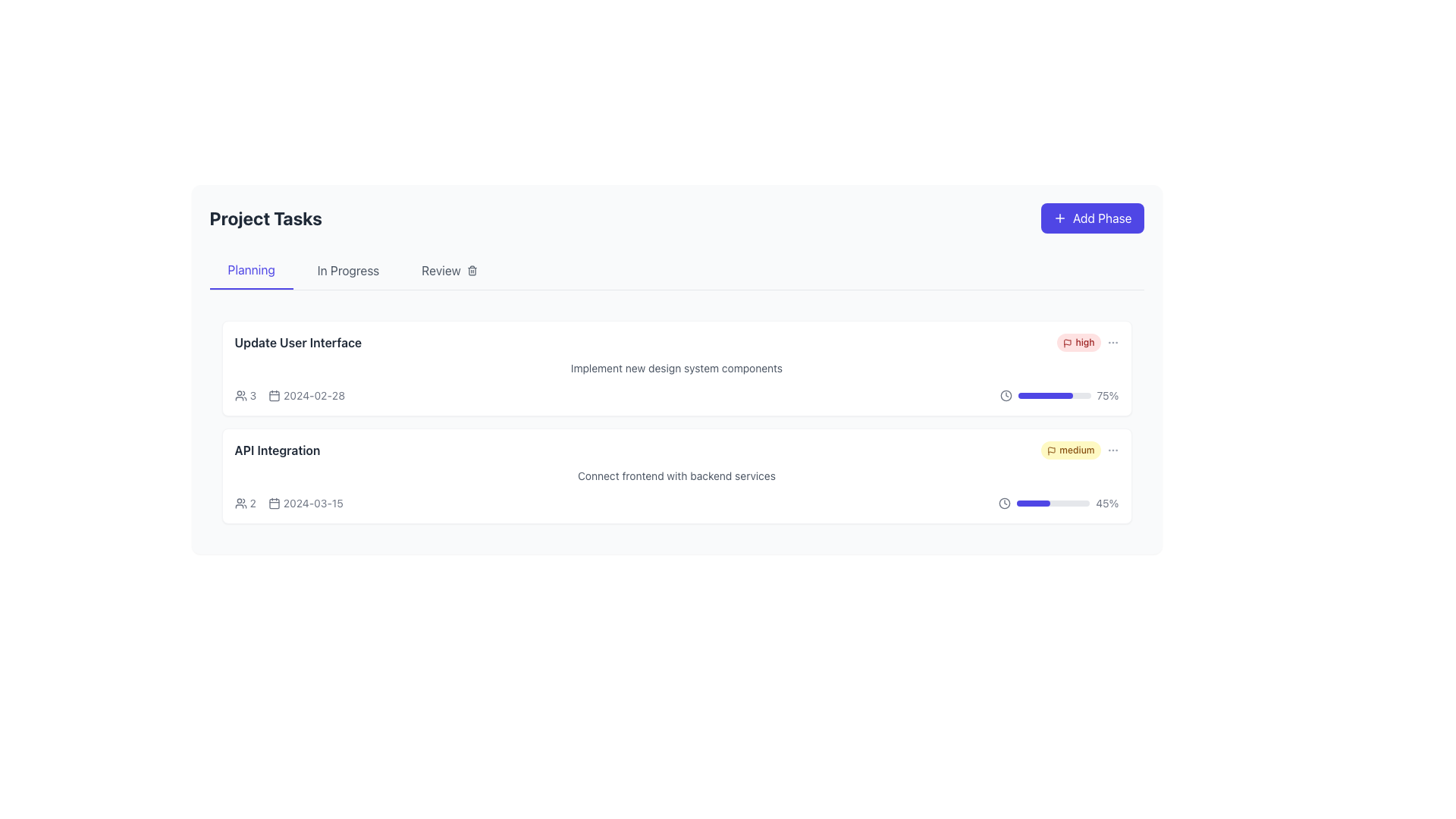 This screenshot has height=819, width=1456. What do you see at coordinates (274, 503) in the screenshot?
I see `the minimalist calendar icon located to the left of the date '2024-03-15' in the task labeled 'API Integration' for more details about the date or task` at bounding box center [274, 503].